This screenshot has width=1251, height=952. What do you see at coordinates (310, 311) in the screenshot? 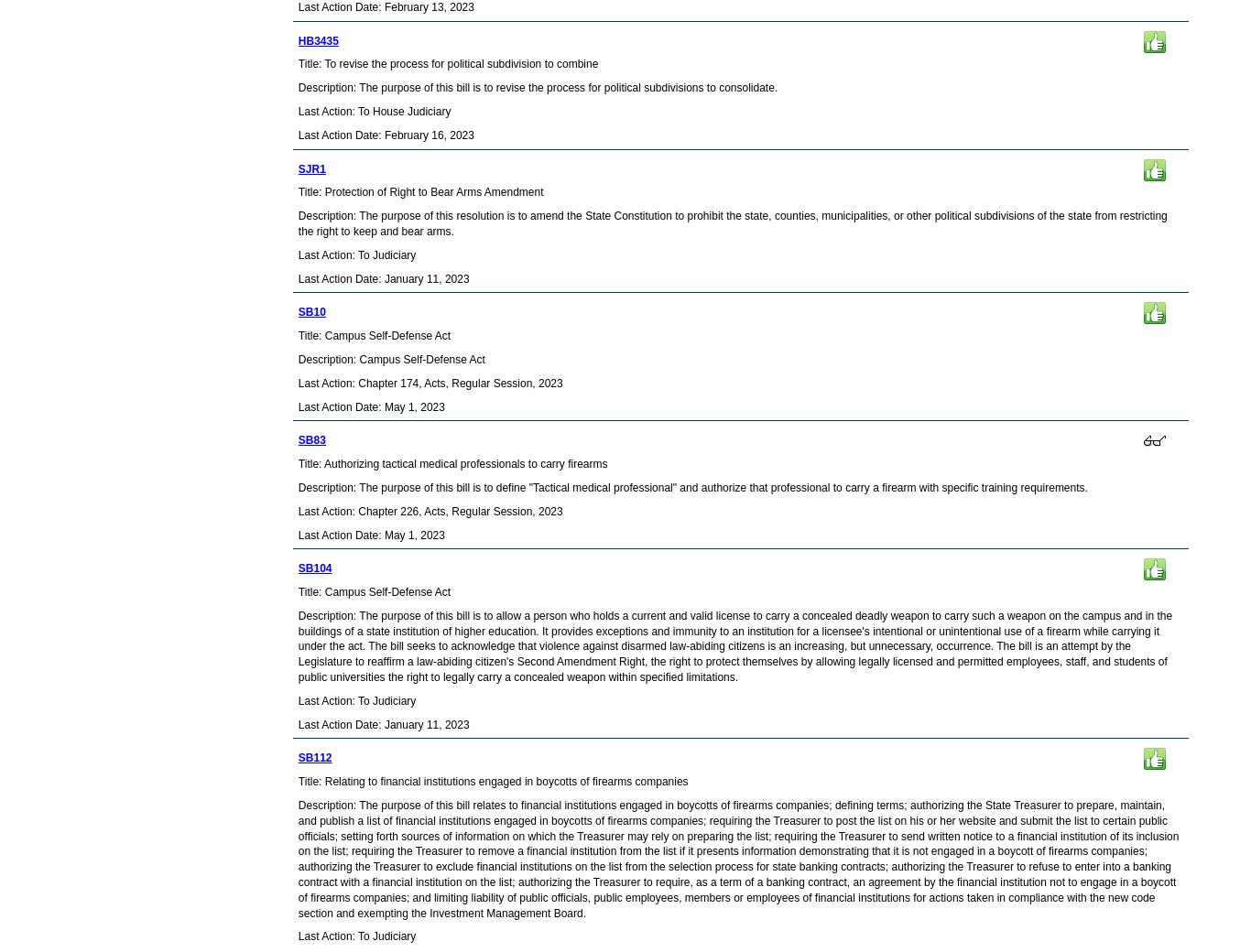
I see `'SB10'` at bounding box center [310, 311].